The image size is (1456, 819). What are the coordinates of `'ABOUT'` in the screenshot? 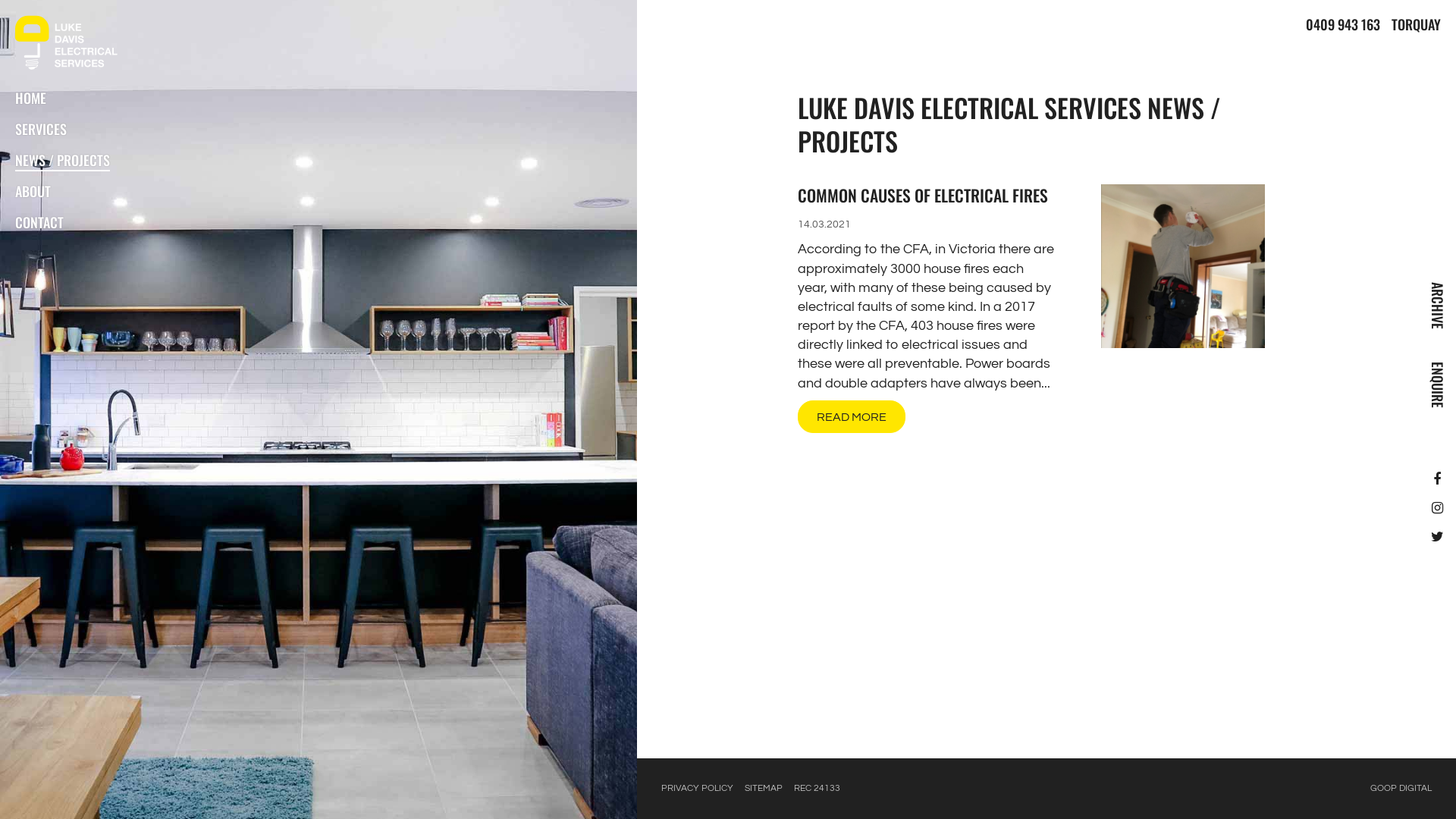 It's located at (33, 191).